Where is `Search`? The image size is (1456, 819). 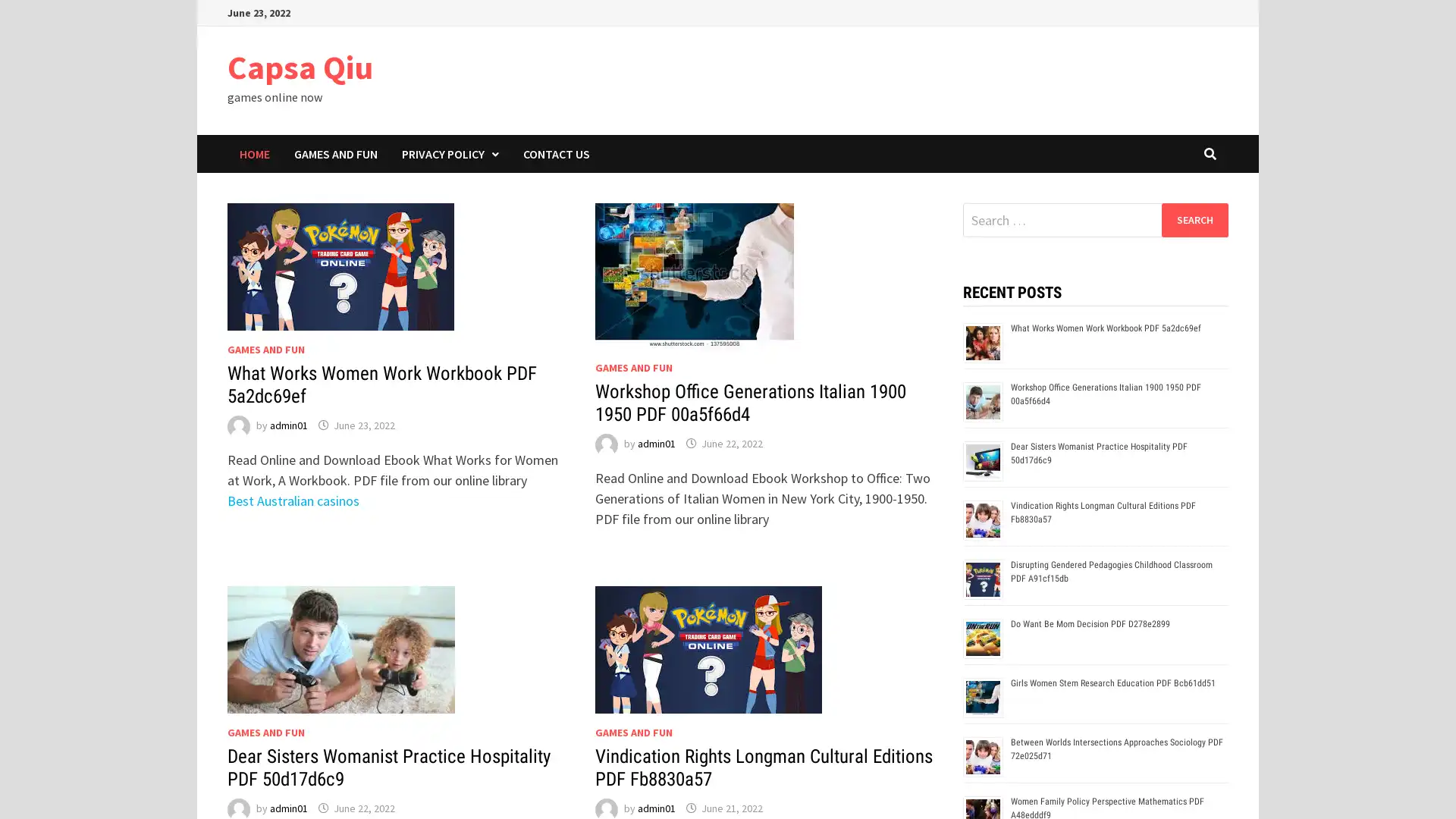 Search is located at coordinates (1194, 219).